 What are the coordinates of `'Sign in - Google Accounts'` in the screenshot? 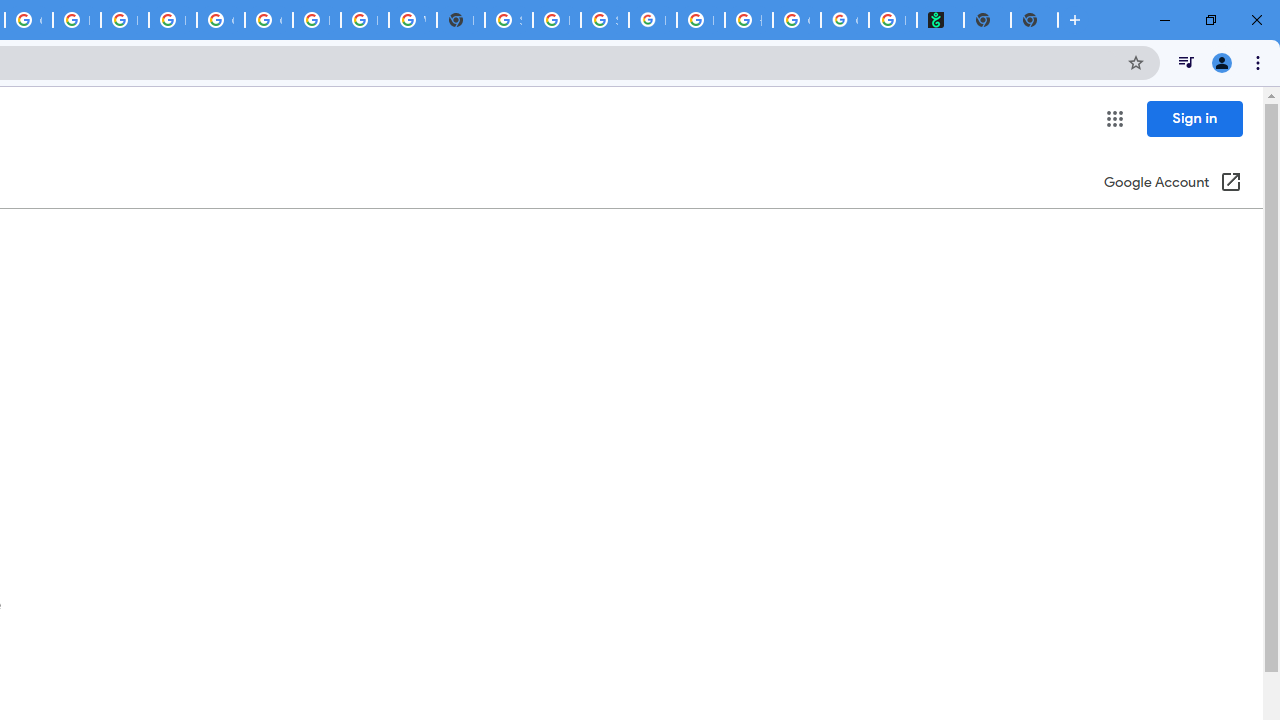 It's located at (508, 20).